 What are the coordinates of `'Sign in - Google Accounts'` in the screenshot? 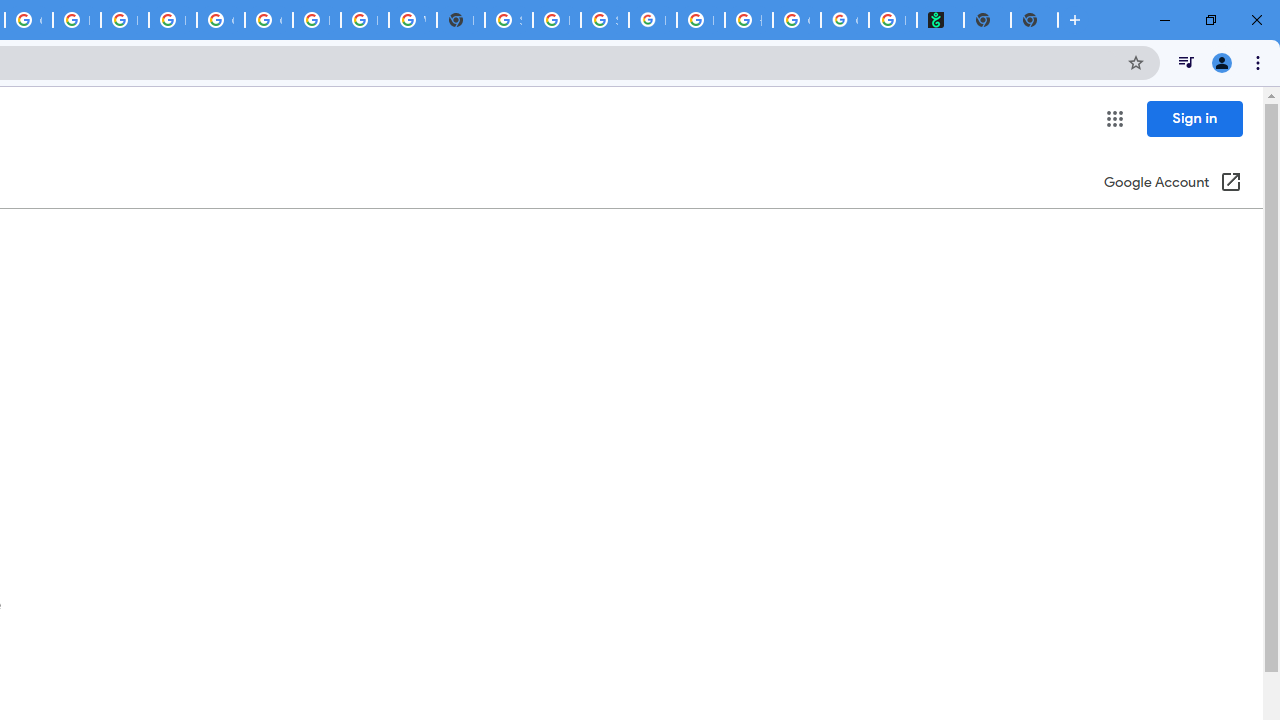 It's located at (508, 20).